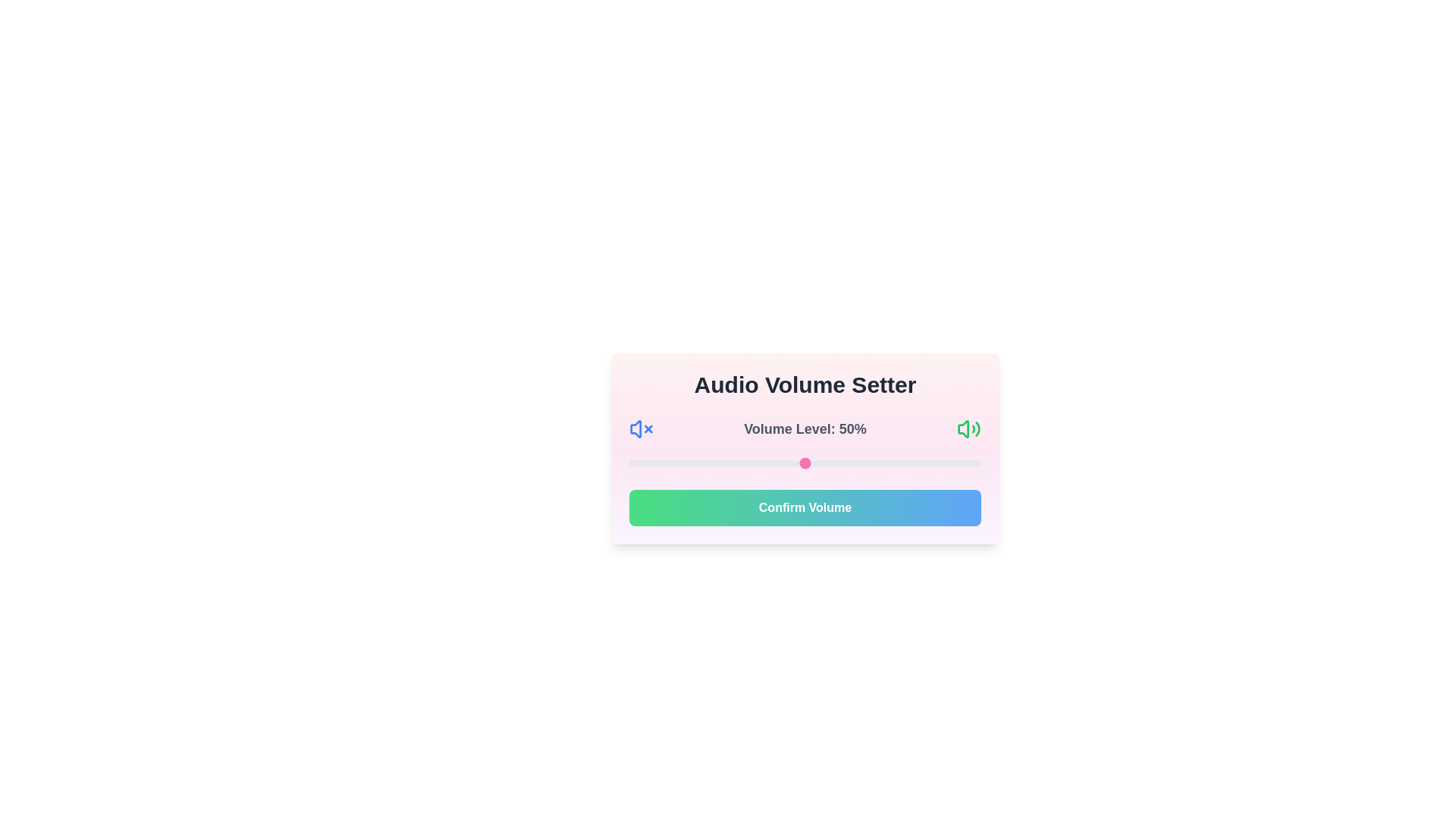  Describe the element at coordinates (641, 429) in the screenshot. I see `the mute icon, represented by a blue speaker with an 'X' mark` at that location.